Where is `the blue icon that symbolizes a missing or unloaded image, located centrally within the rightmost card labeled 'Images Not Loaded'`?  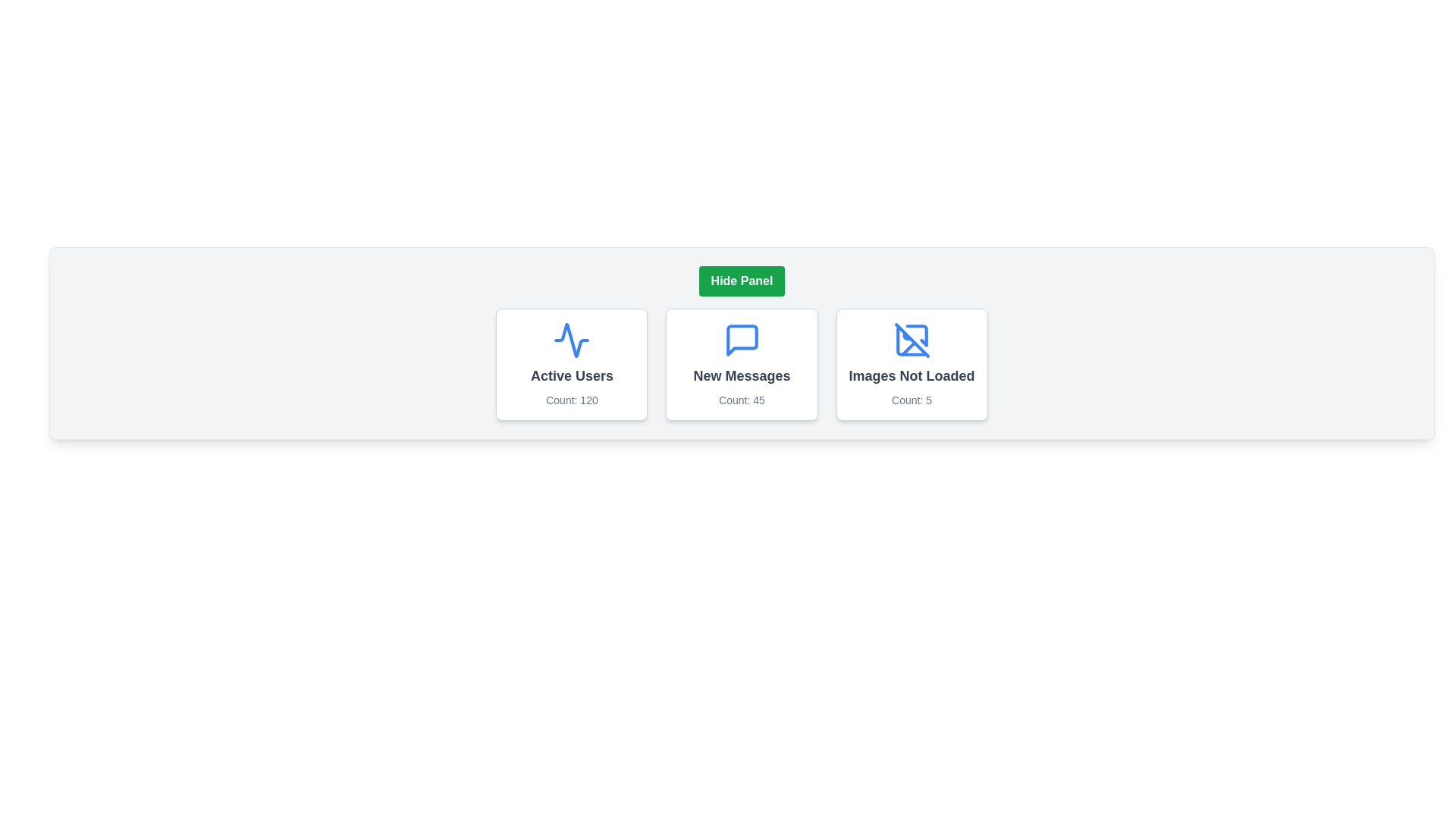 the blue icon that symbolizes a missing or unloaded image, located centrally within the rightmost card labeled 'Images Not Loaded' is located at coordinates (911, 339).